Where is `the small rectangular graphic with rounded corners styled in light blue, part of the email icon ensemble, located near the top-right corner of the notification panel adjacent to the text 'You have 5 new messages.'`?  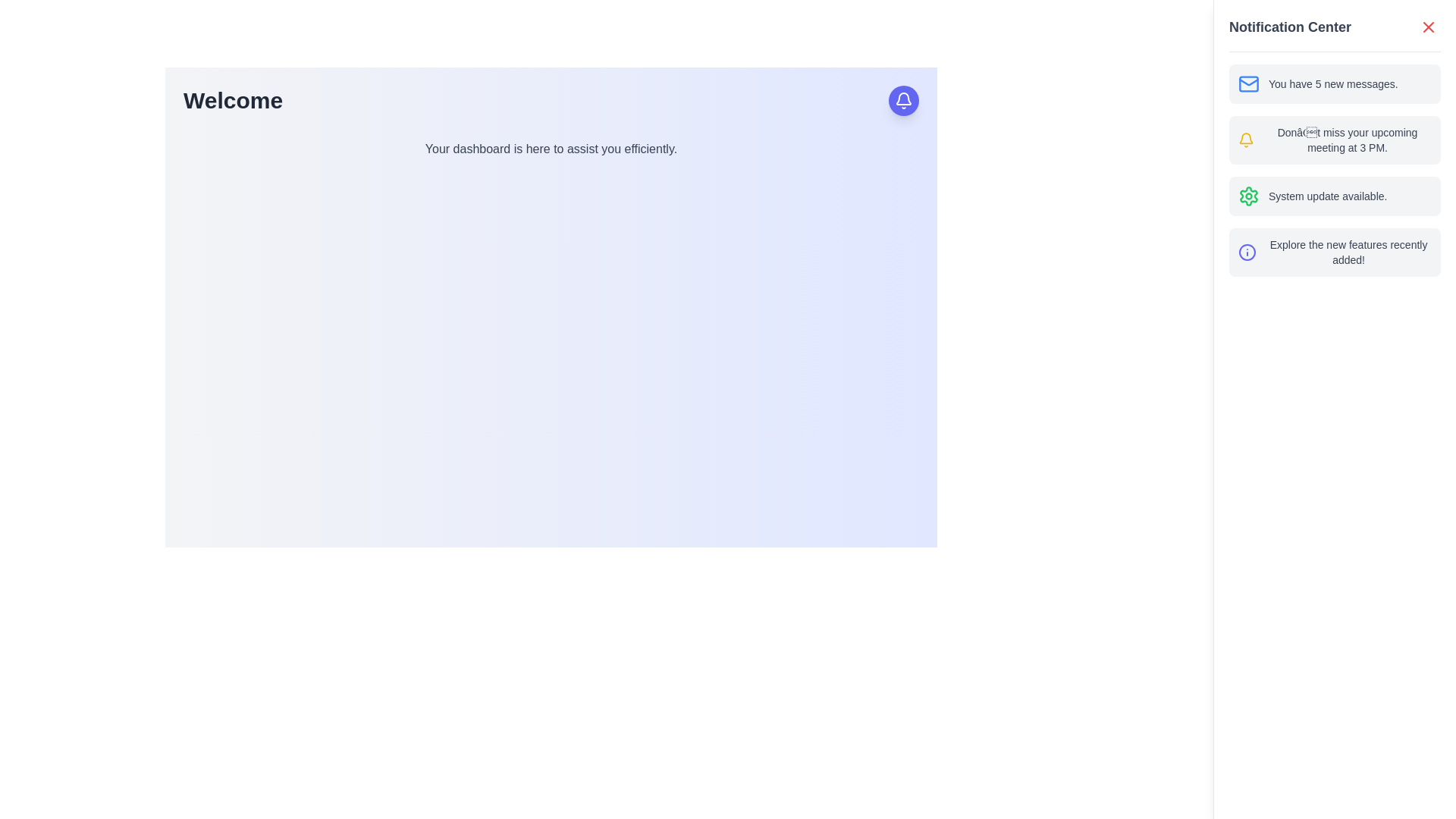
the small rectangular graphic with rounded corners styled in light blue, part of the email icon ensemble, located near the top-right corner of the notification panel adjacent to the text 'You have 5 new messages.' is located at coordinates (1248, 84).